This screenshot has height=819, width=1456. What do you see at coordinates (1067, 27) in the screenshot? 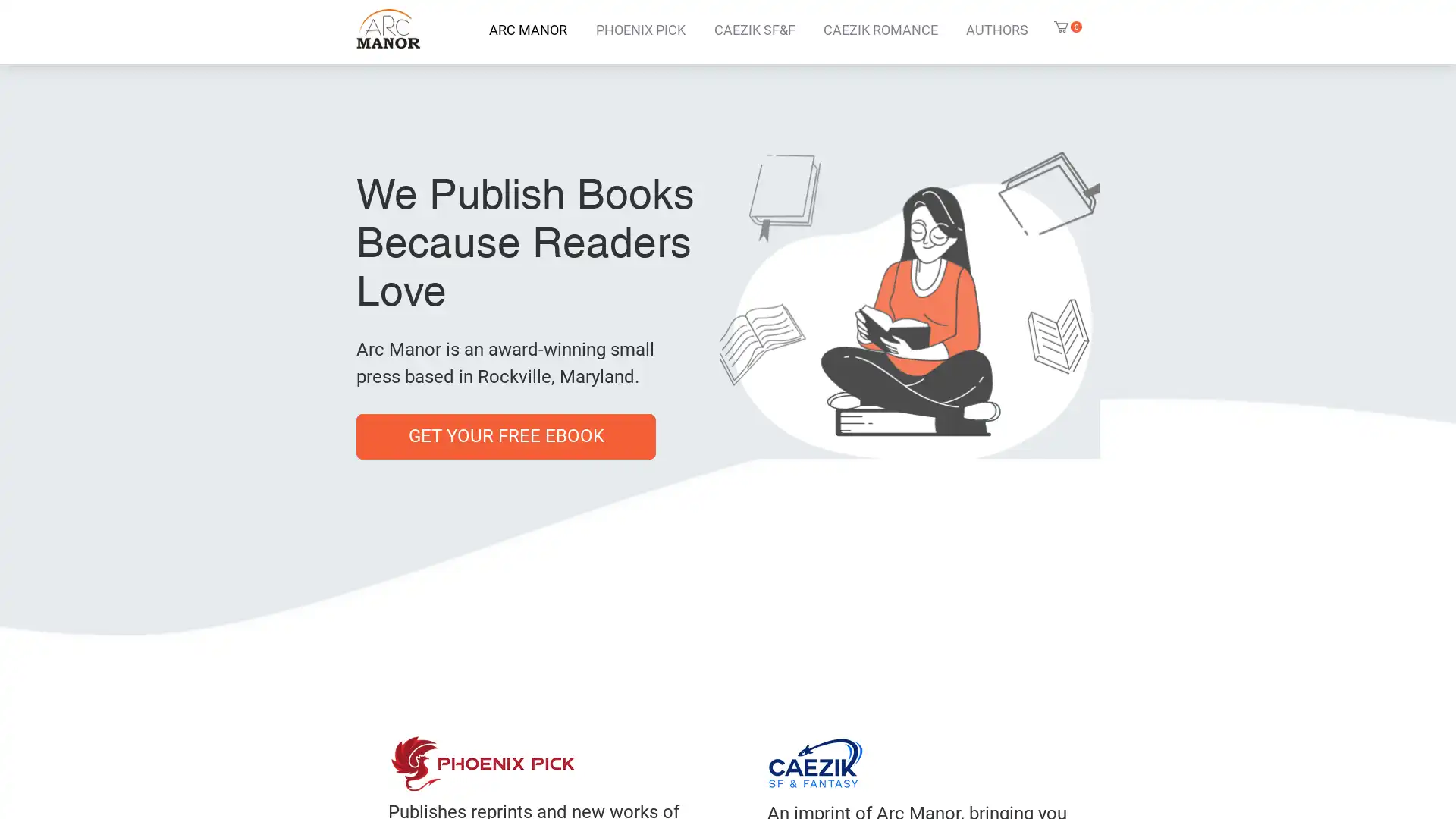
I see `Cart with 0 items` at bounding box center [1067, 27].